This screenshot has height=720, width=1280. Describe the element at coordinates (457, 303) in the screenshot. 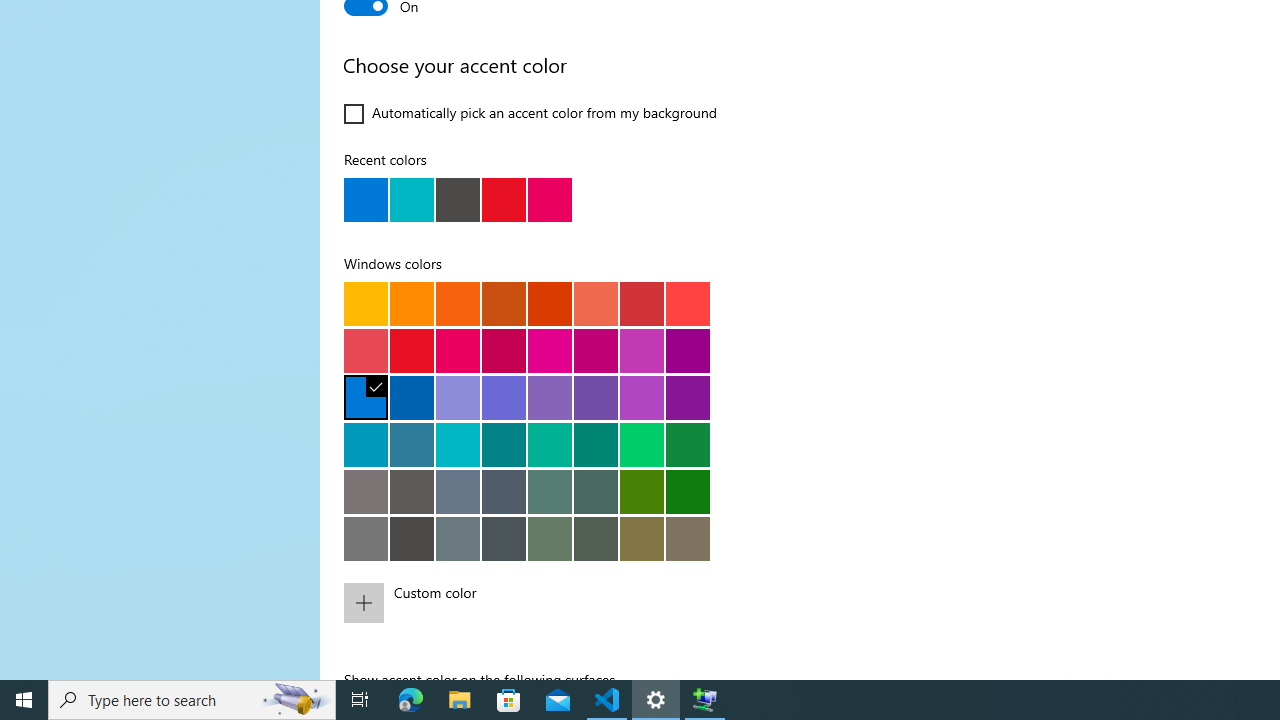

I see `'Orange bright'` at that location.